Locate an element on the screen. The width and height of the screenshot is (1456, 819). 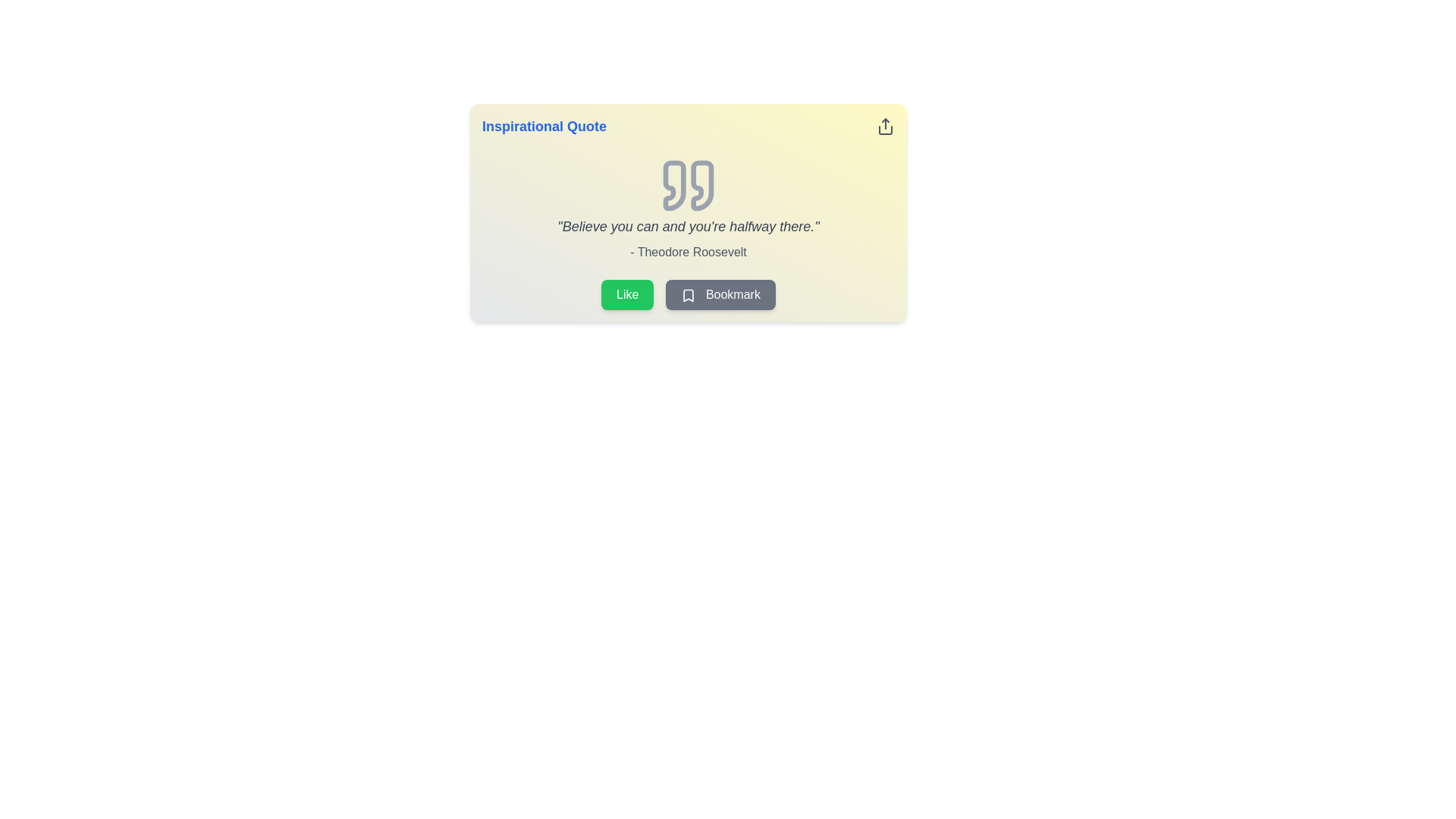
the green rectangular 'Like' button with rounded corners to trigger its hover scaling animation is located at coordinates (627, 295).